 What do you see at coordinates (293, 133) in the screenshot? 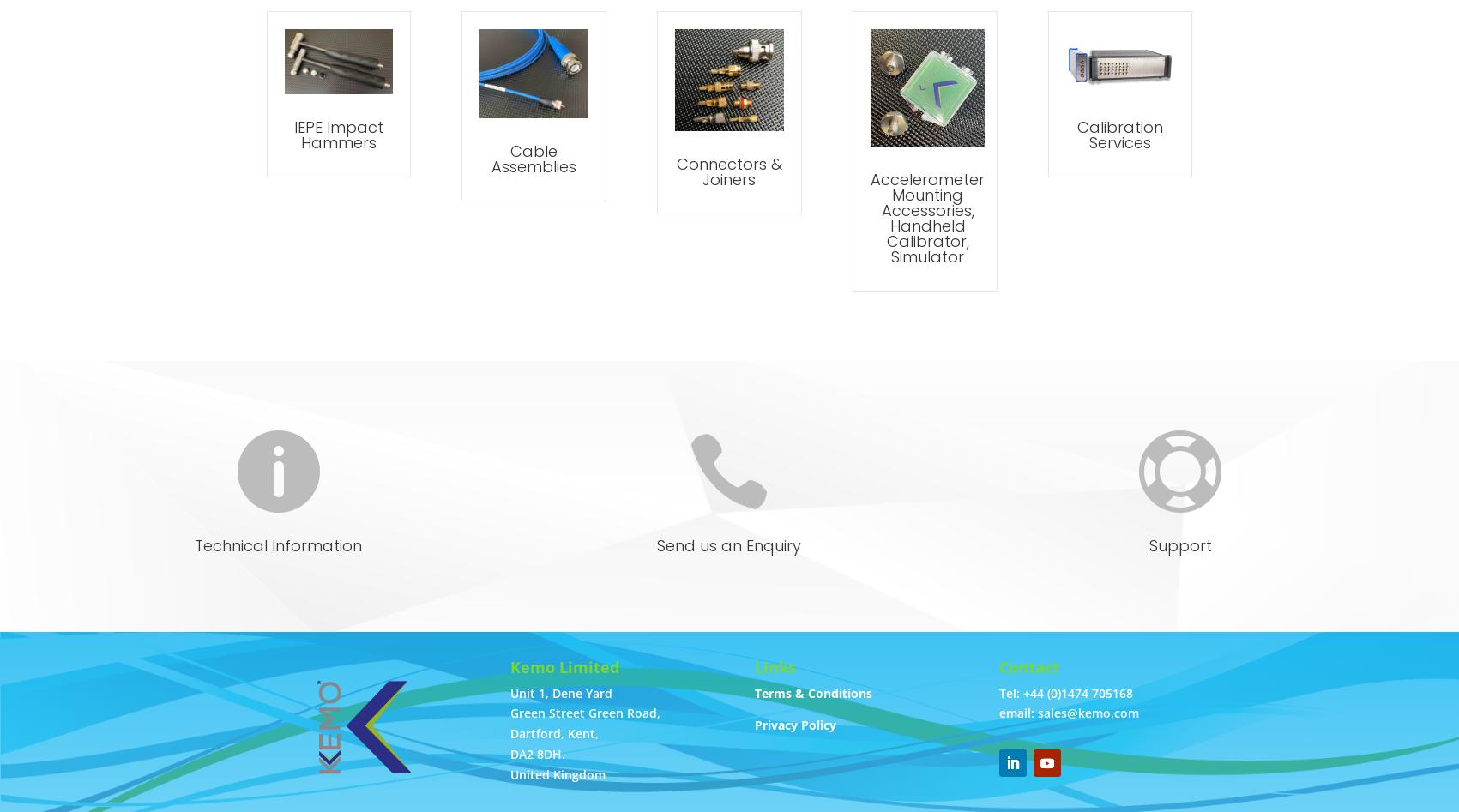
I see `'IEPE Impact Hammers'` at bounding box center [293, 133].